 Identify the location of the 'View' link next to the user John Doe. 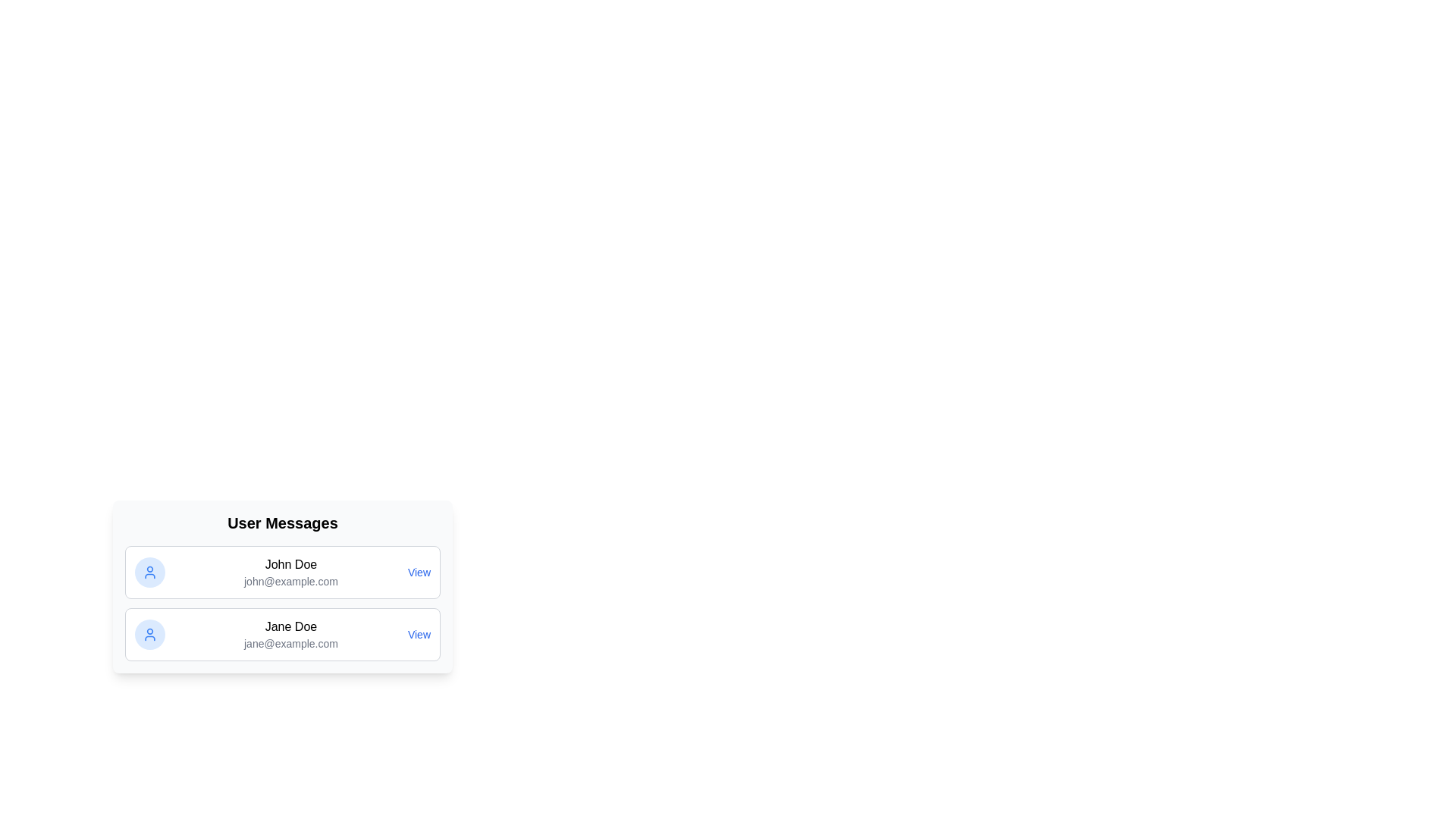
(419, 573).